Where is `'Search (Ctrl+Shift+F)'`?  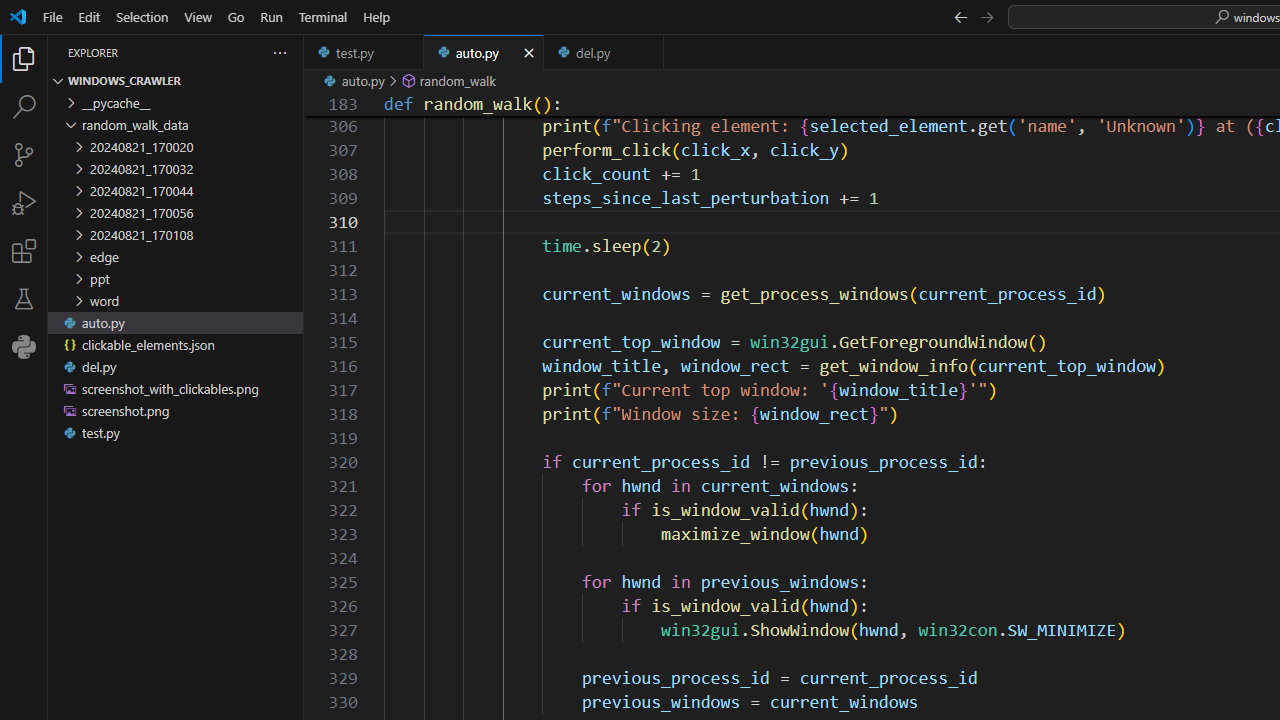
'Search (Ctrl+Shift+F)' is located at coordinates (24, 106).